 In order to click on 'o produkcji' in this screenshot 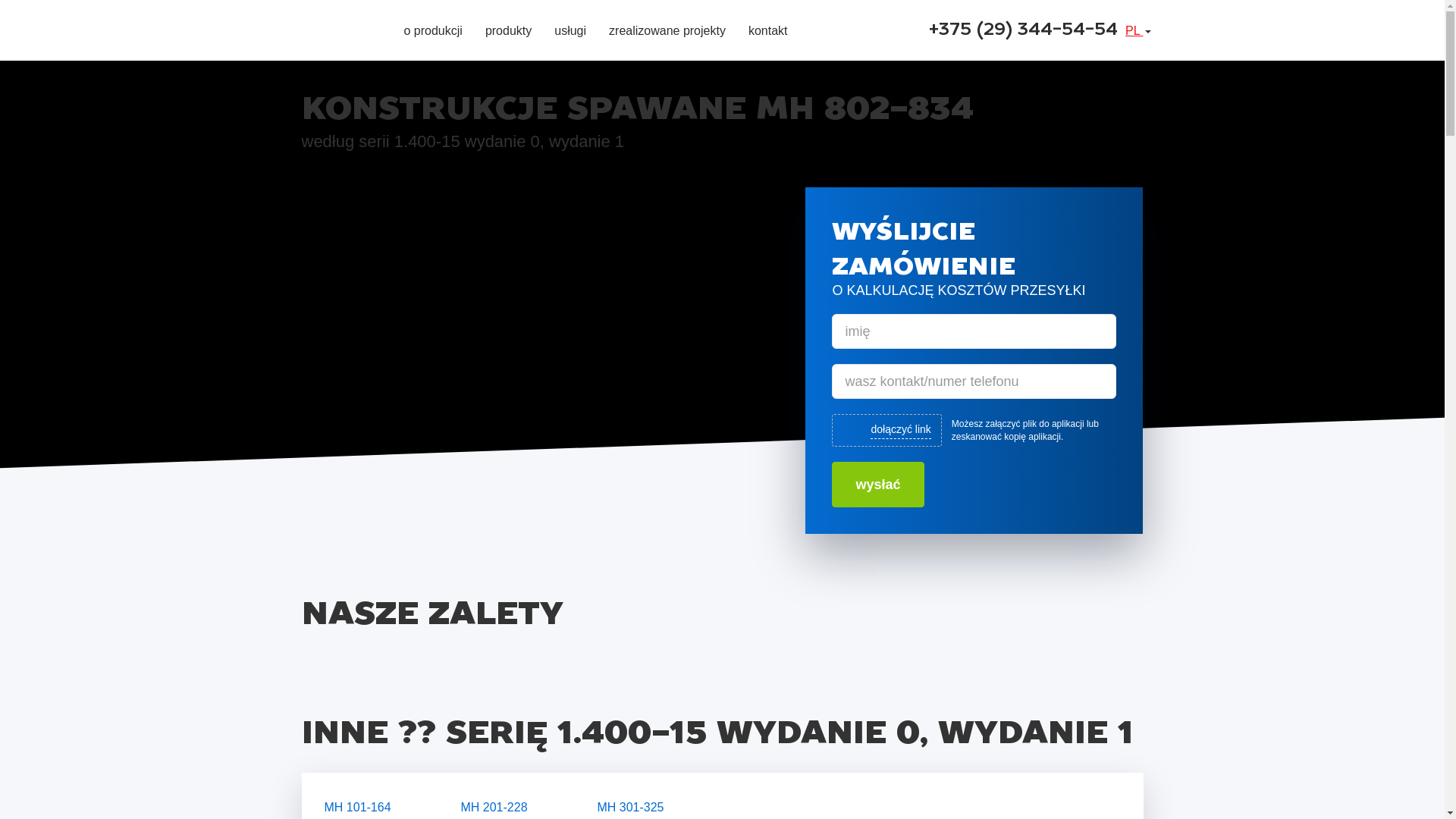, I will do `click(431, 32)`.